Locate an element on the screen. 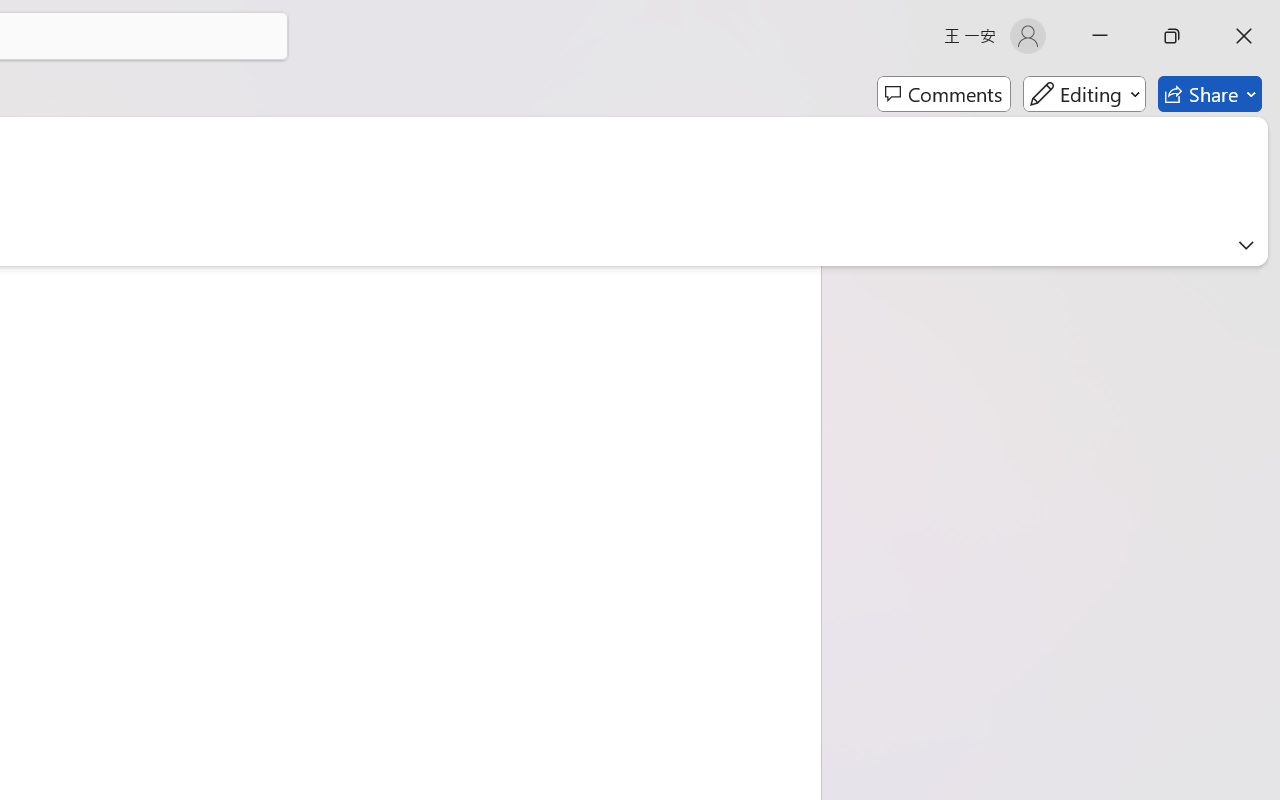 This screenshot has height=800, width=1280. 'Comments' is located at coordinates (943, 94).